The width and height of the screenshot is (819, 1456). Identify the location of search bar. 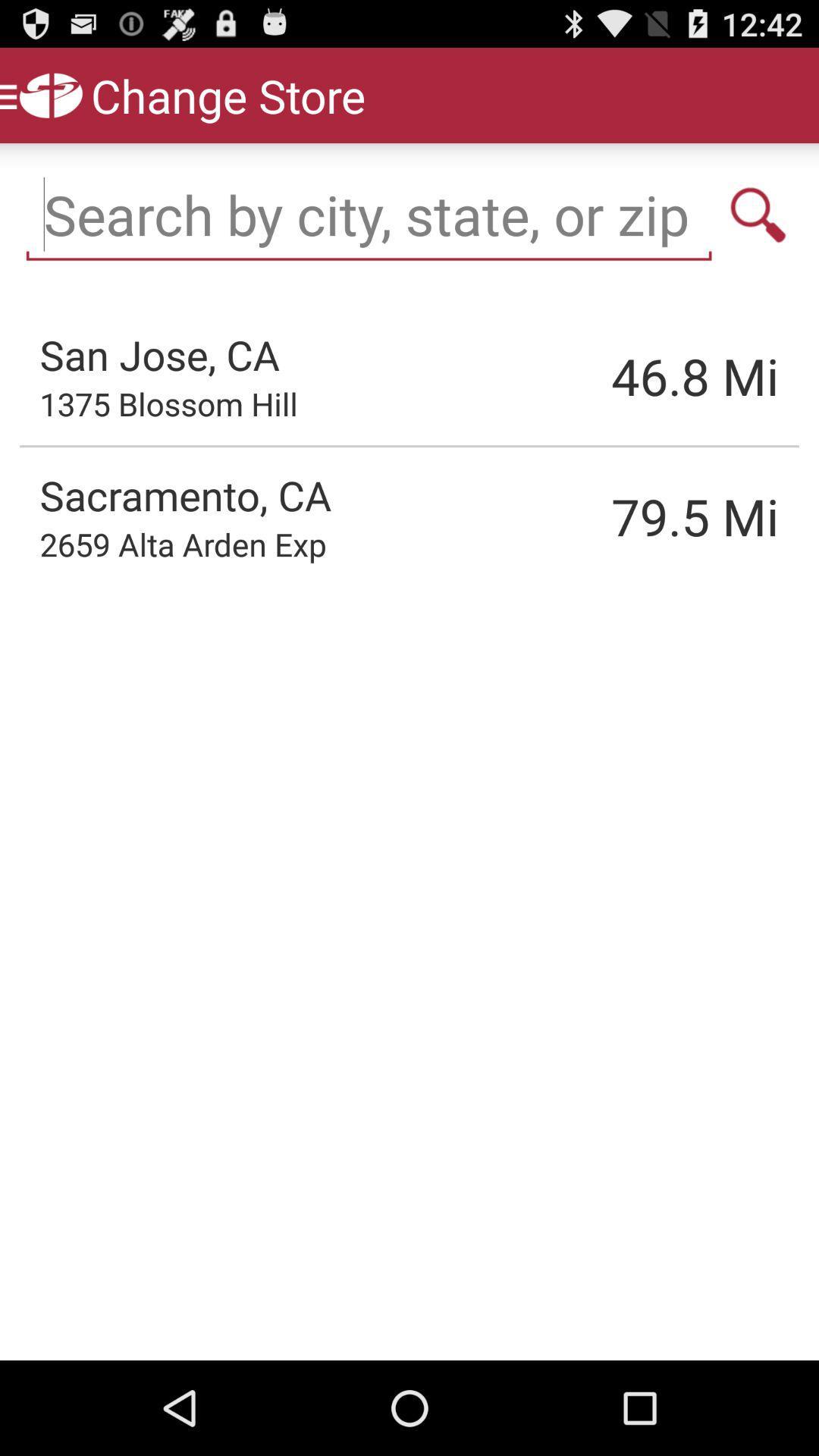
(369, 214).